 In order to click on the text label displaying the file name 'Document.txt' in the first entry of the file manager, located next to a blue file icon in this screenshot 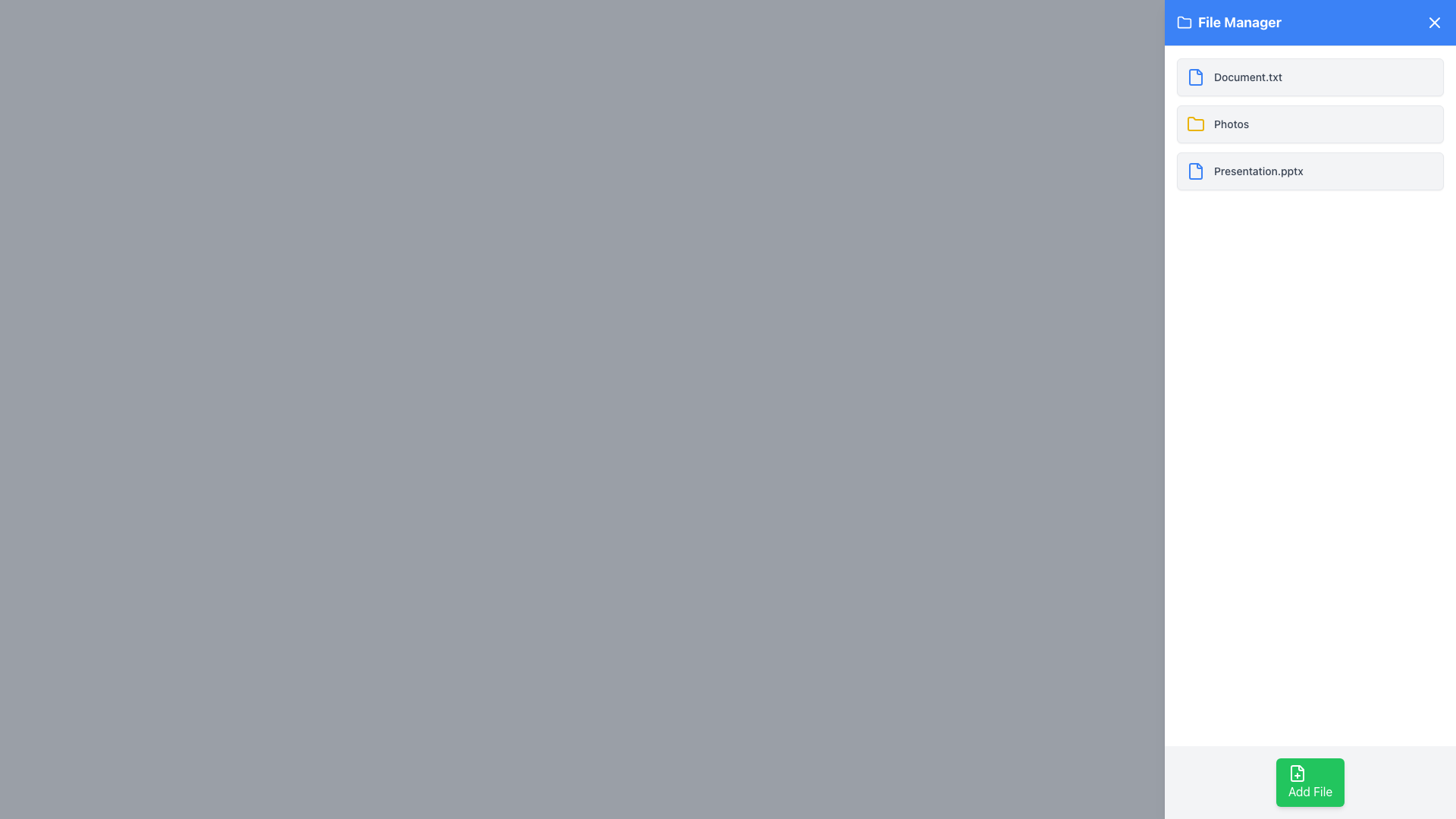, I will do `click(1234, 77)`.